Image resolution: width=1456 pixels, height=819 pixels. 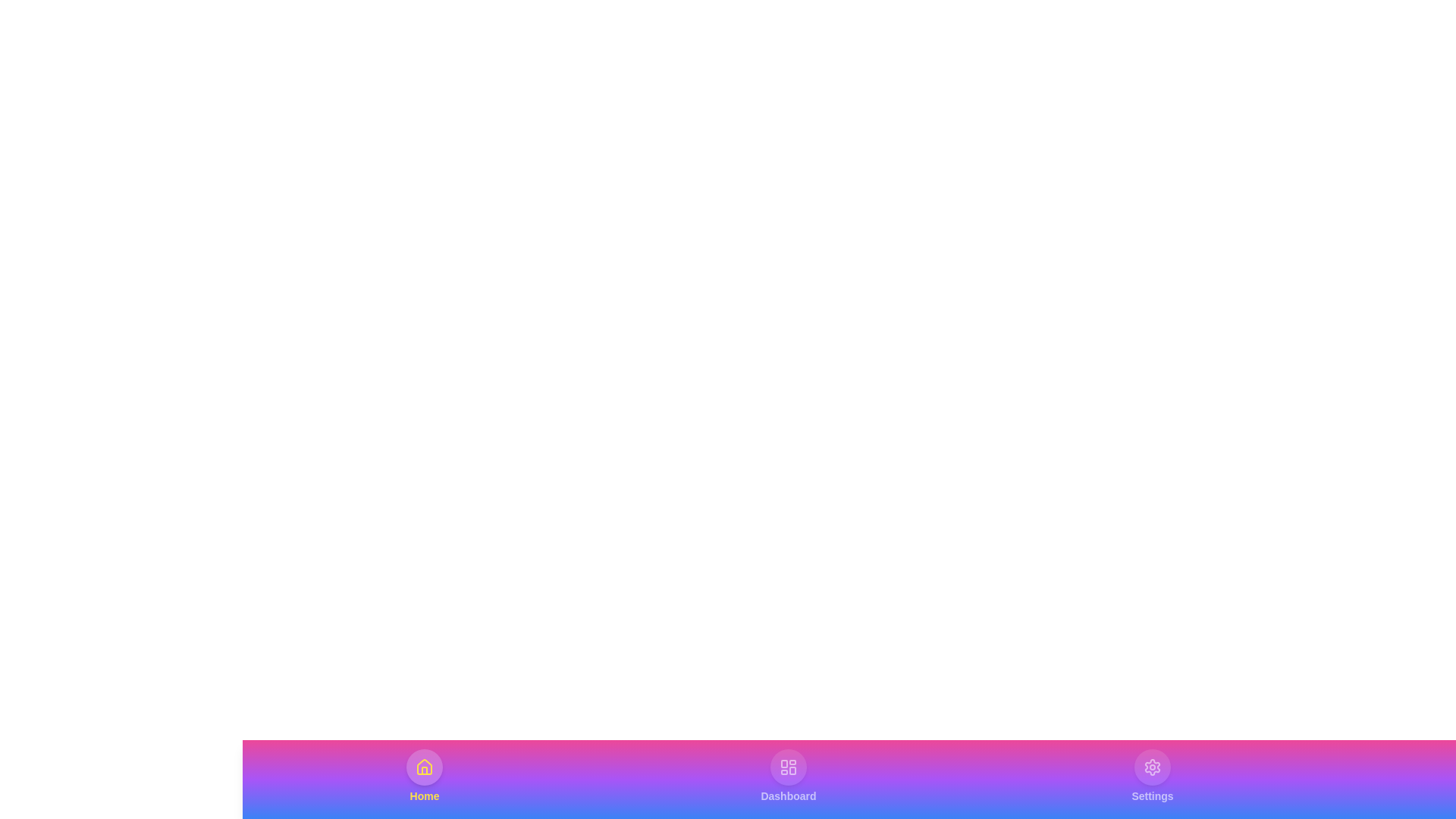 I want to click on the Settings button in the bottom navigation bar, so click(x=1153, y=776).